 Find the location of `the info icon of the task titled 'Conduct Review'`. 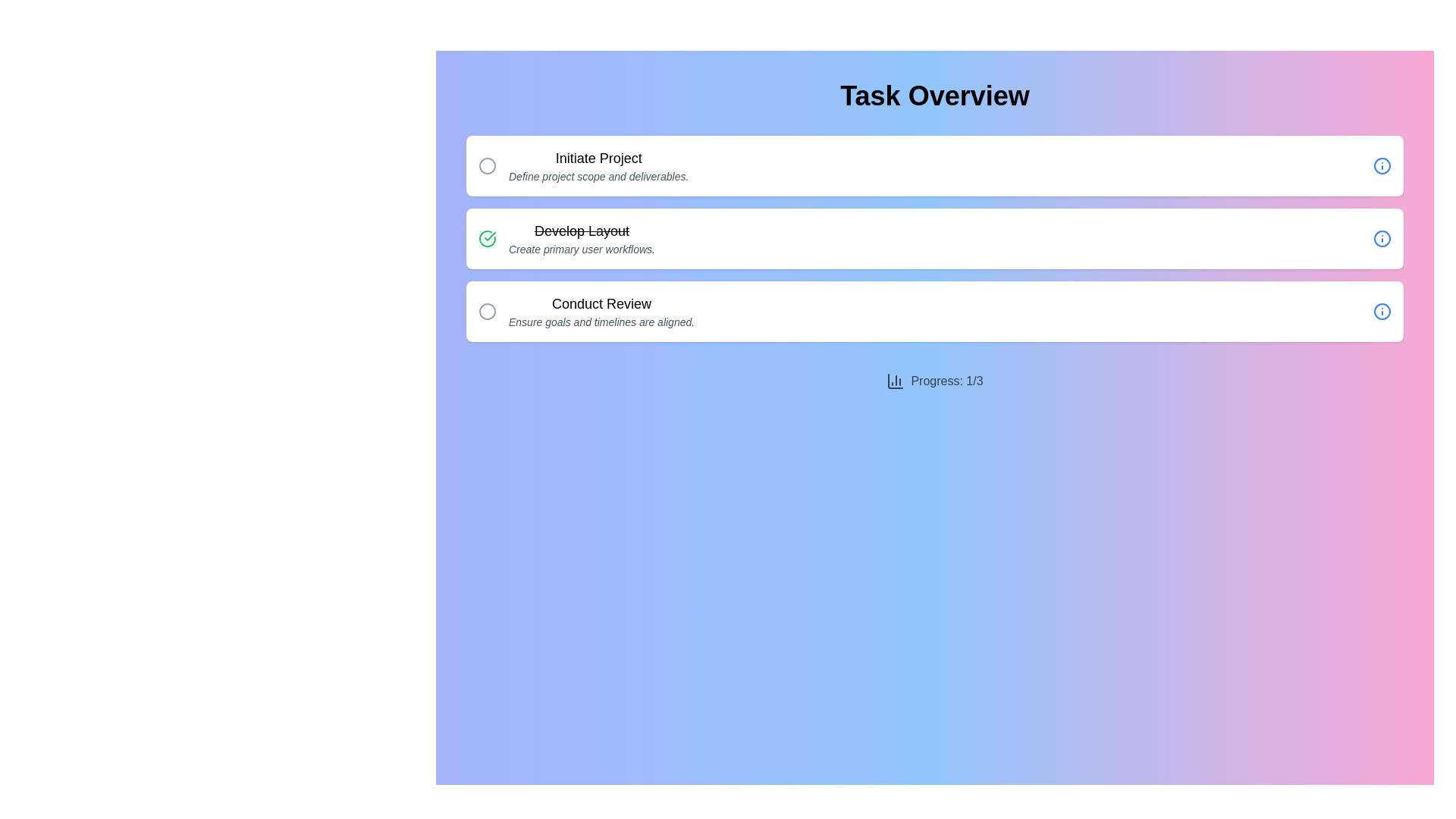

the info icon of the task titled 'Conduct Review' is located at coordinates (1382, 311).